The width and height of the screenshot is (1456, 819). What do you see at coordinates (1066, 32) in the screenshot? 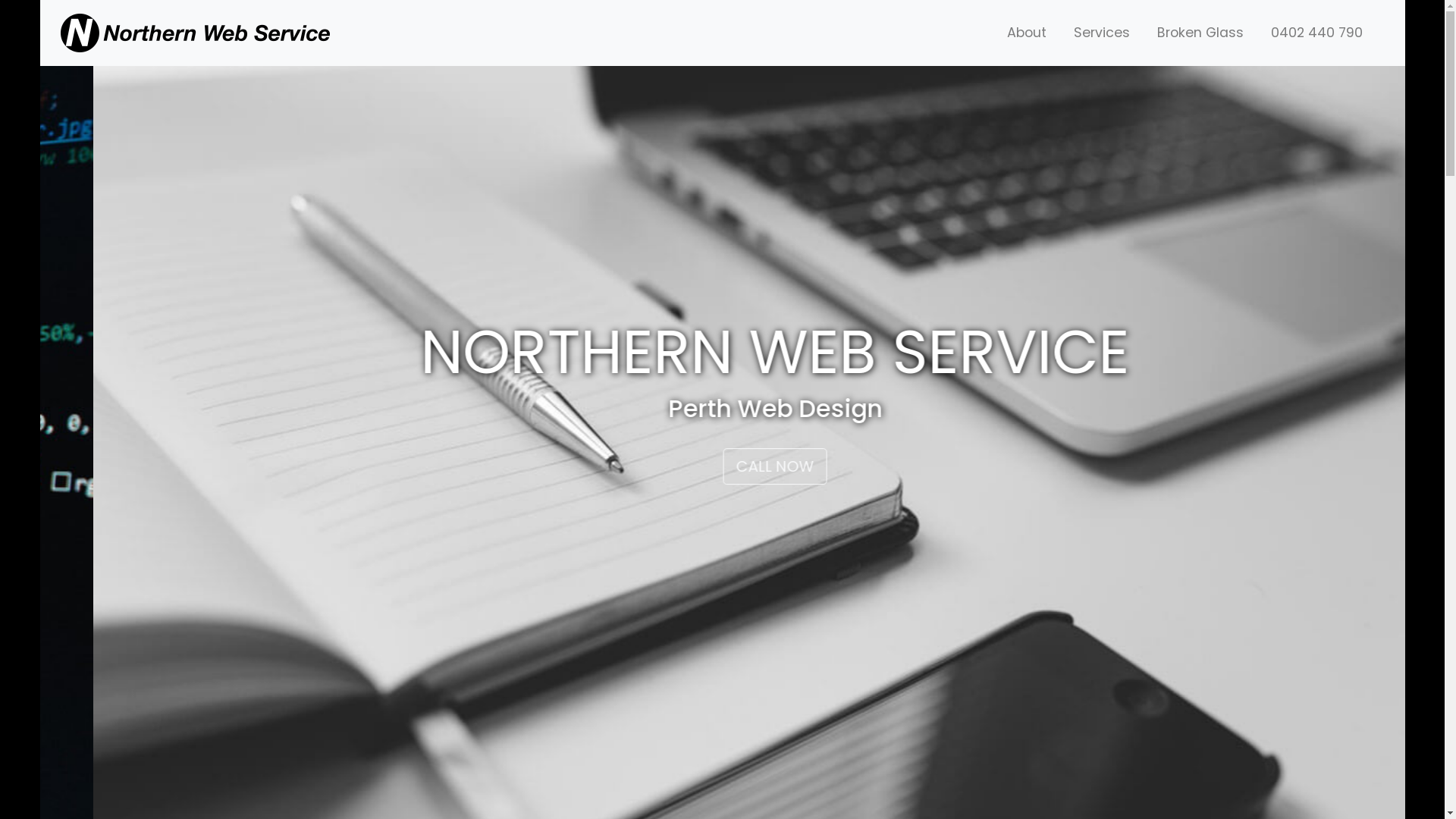
I see `'Services'` at bounding box center [1066, 32].